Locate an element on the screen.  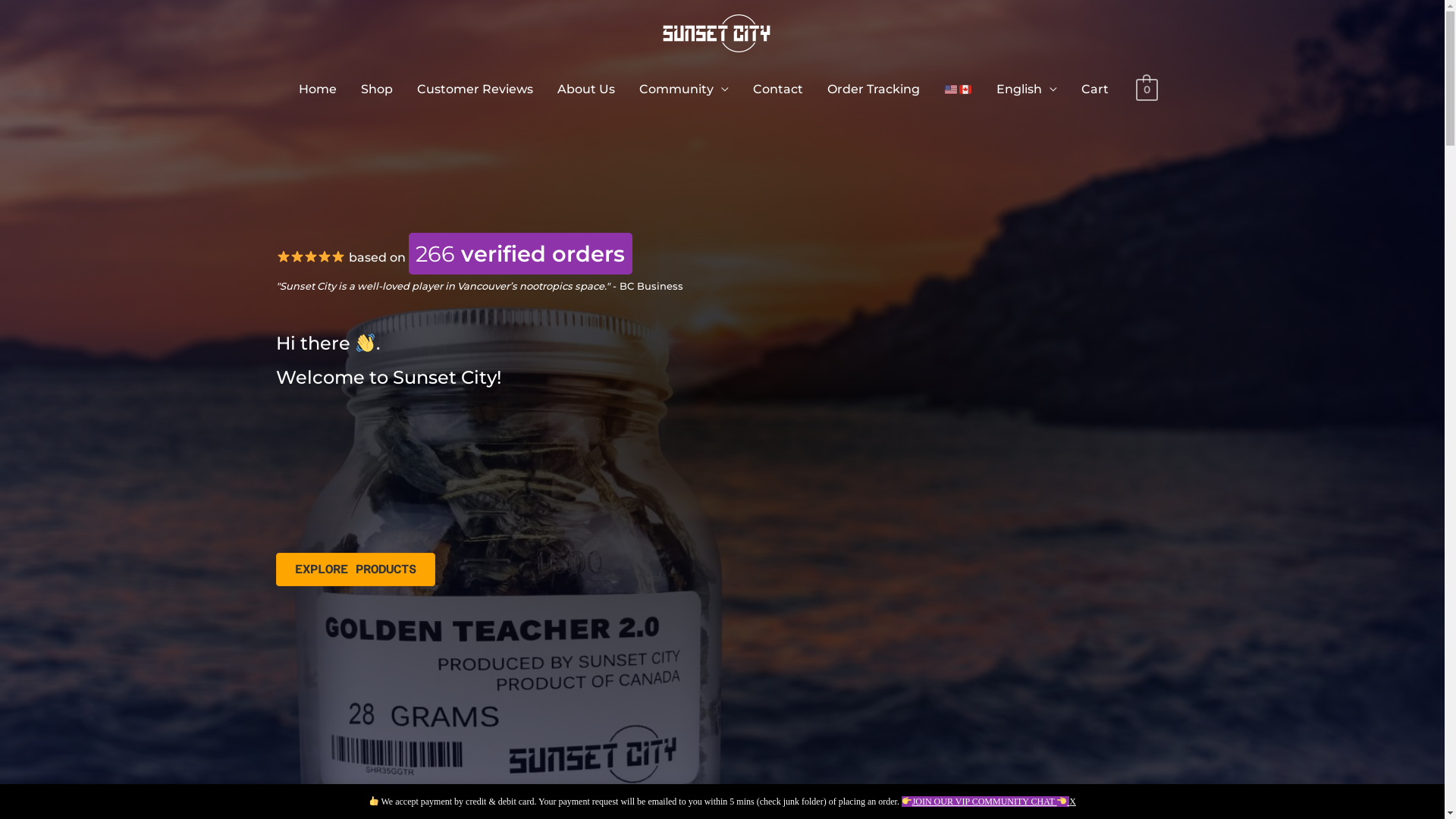
'JOIN OUR VIP COMMUNITY CHAT' is located at coordinates (985, 800).